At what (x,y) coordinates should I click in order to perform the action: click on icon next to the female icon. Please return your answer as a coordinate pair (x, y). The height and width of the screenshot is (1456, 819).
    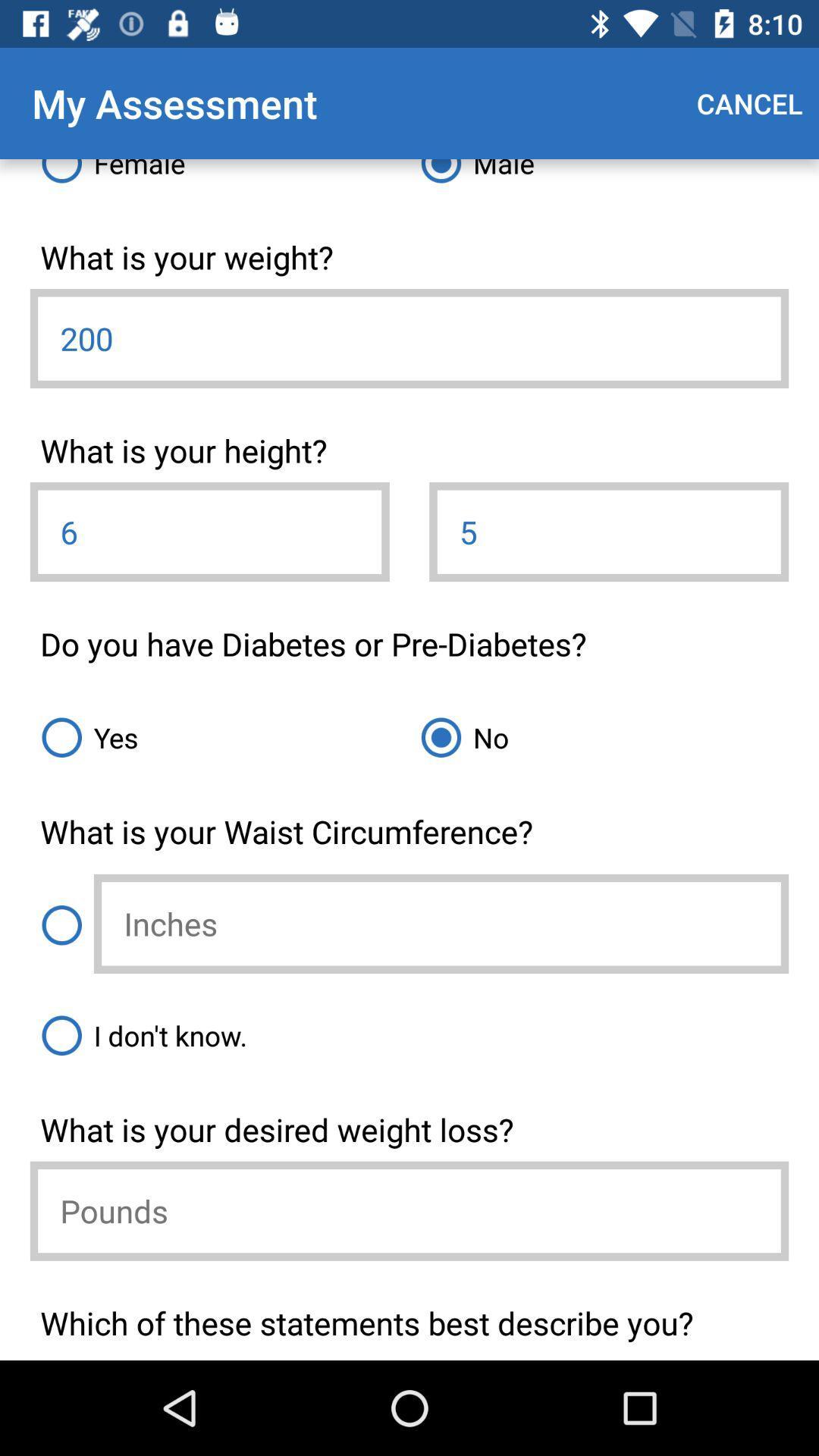
    Looking at the image, I should click on (598, 177).